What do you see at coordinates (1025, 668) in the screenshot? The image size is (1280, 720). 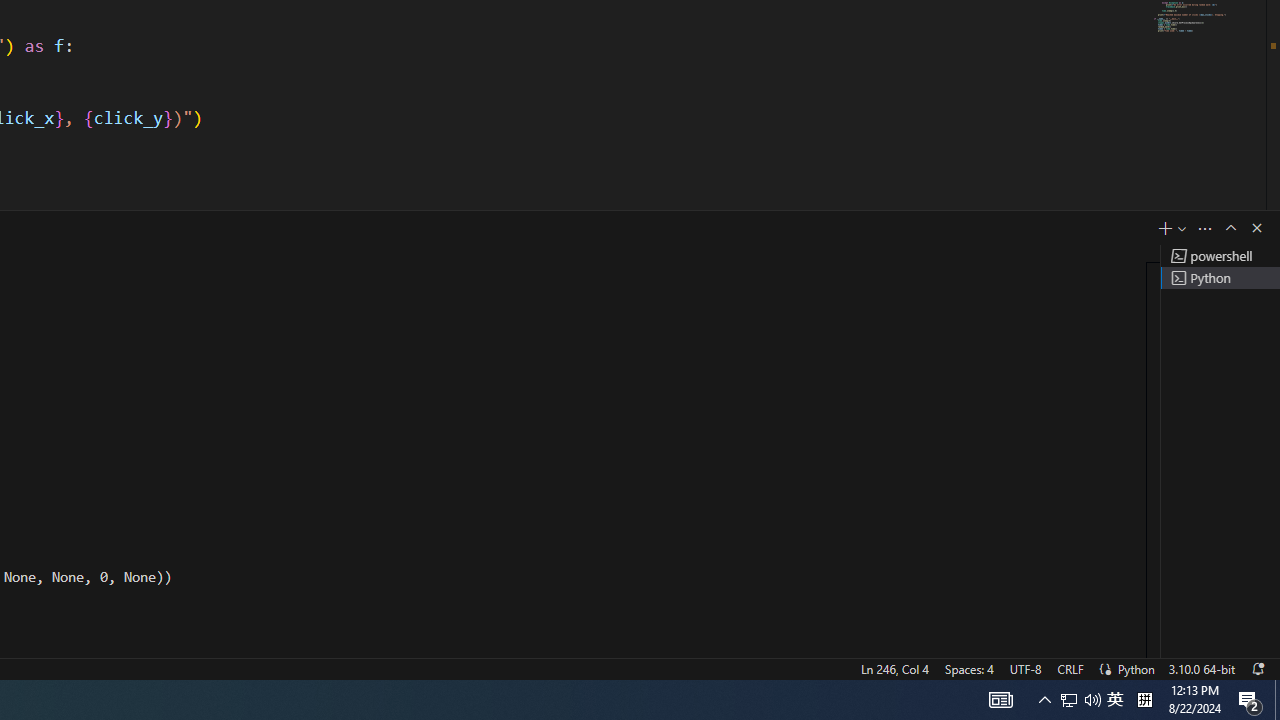 I see `'UTF-8'` at bounding box center [1025, 668].